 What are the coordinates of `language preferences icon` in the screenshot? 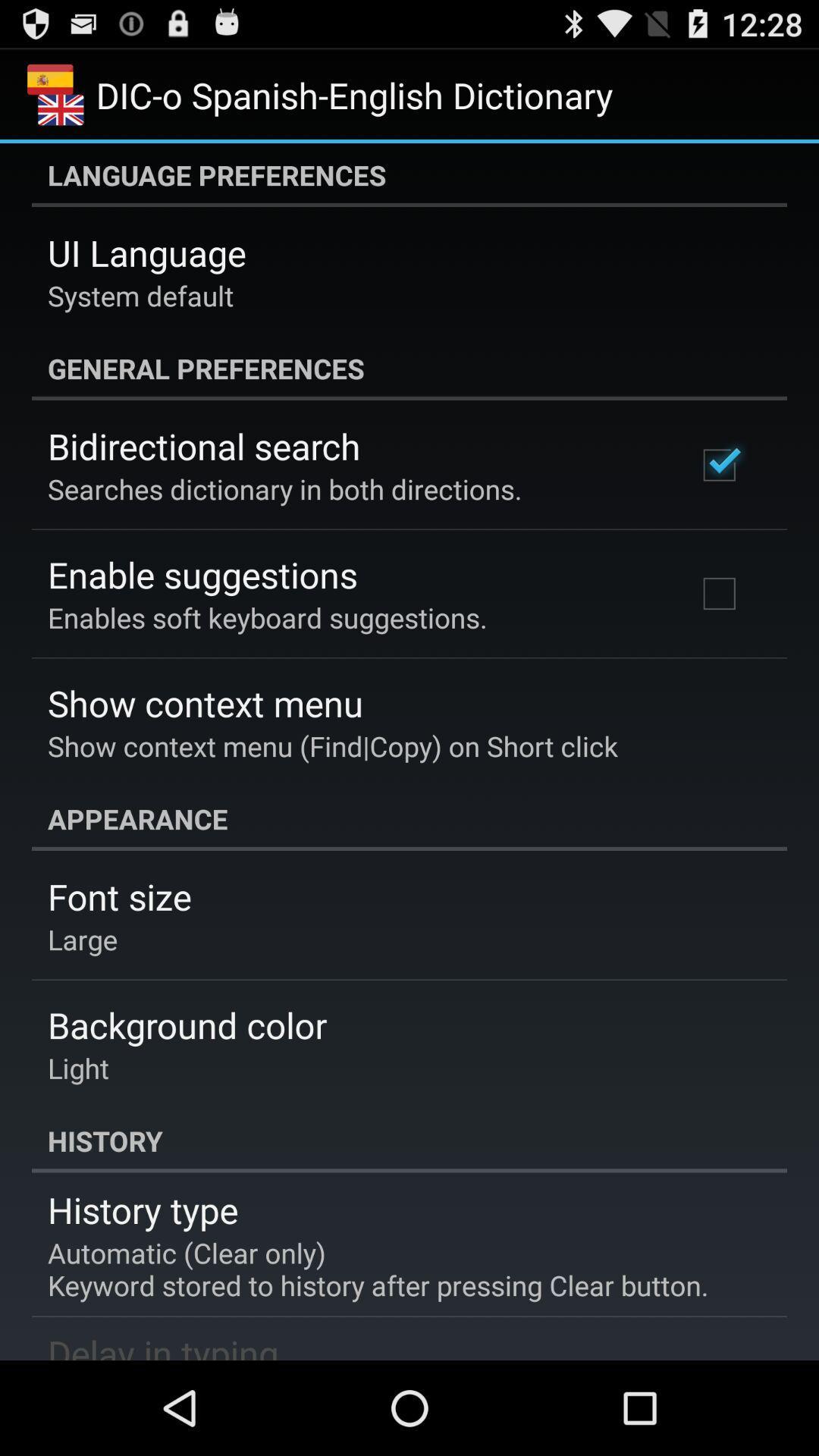 It's located at (409, 174).